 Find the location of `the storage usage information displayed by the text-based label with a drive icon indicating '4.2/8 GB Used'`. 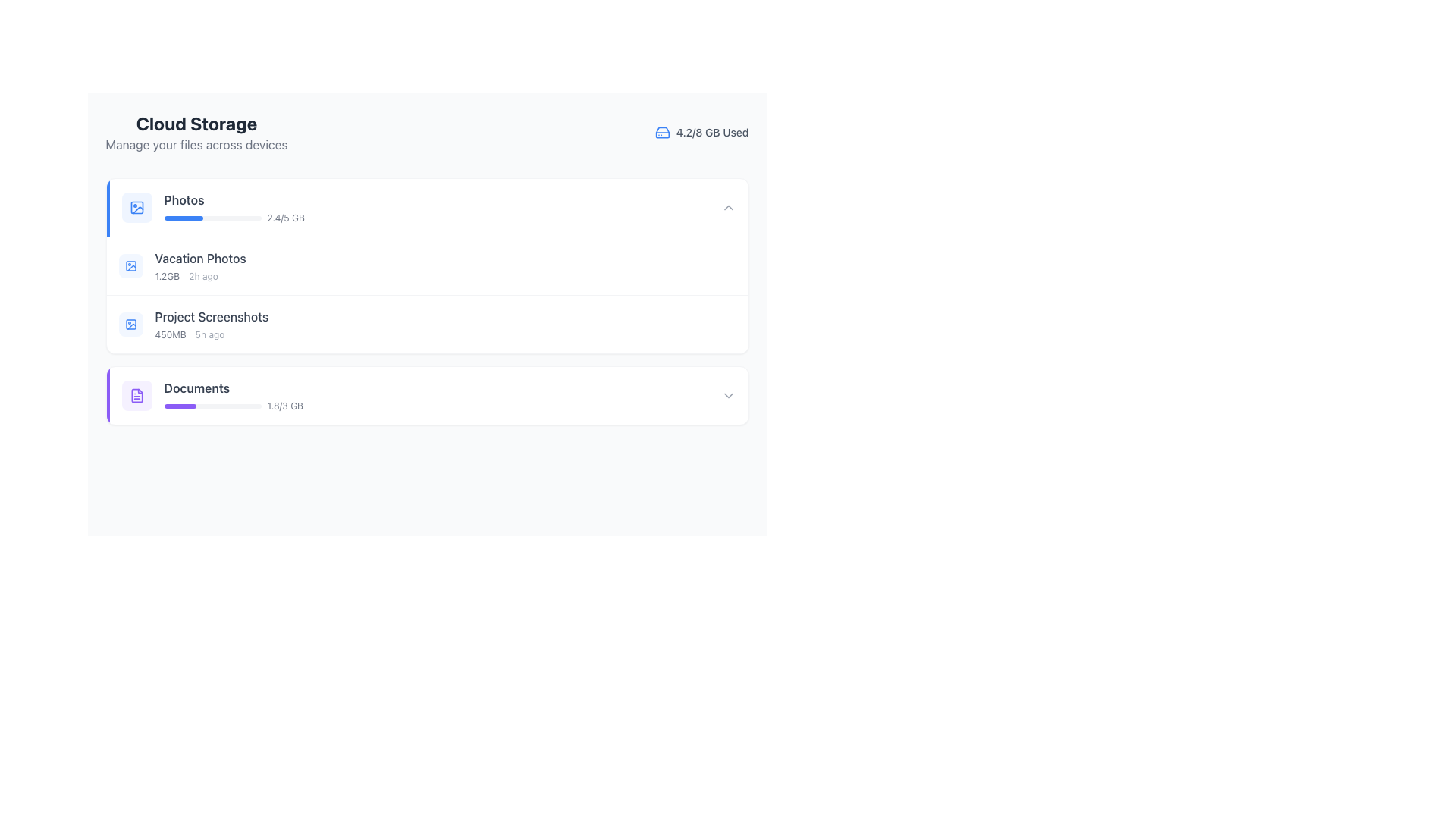

the storage usage information displayed by the text-based label with a drive icon indicating '4.2/8 GB Used' is located at coordinates (701, 131).